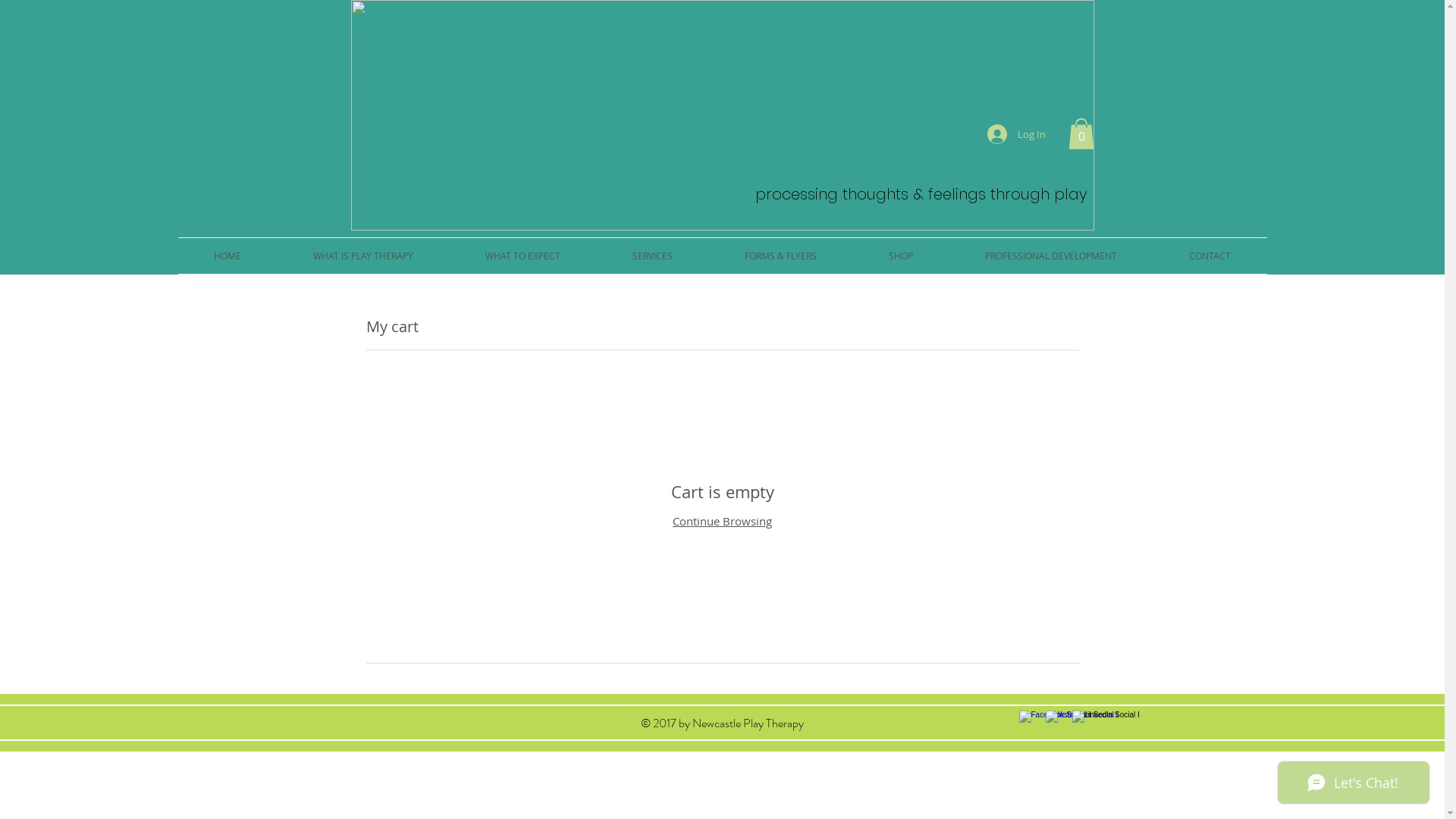  Describe the element at coordinates (1016, 133) in the screenshot. I see `'Log In'` at that location.